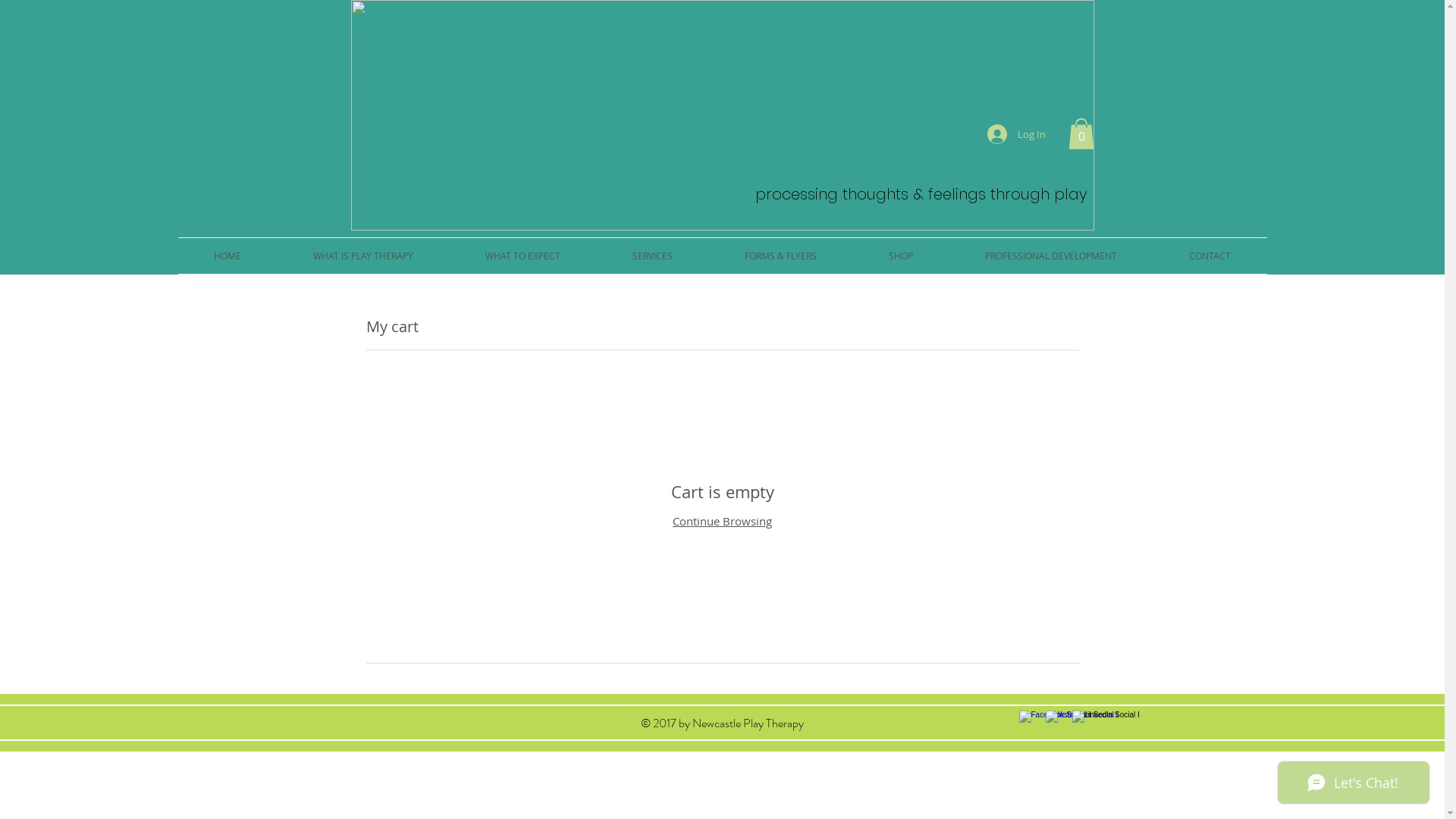  Describe the element at coordinates (1016, 133) in the screenshot. I see `'Log In'` at that location.